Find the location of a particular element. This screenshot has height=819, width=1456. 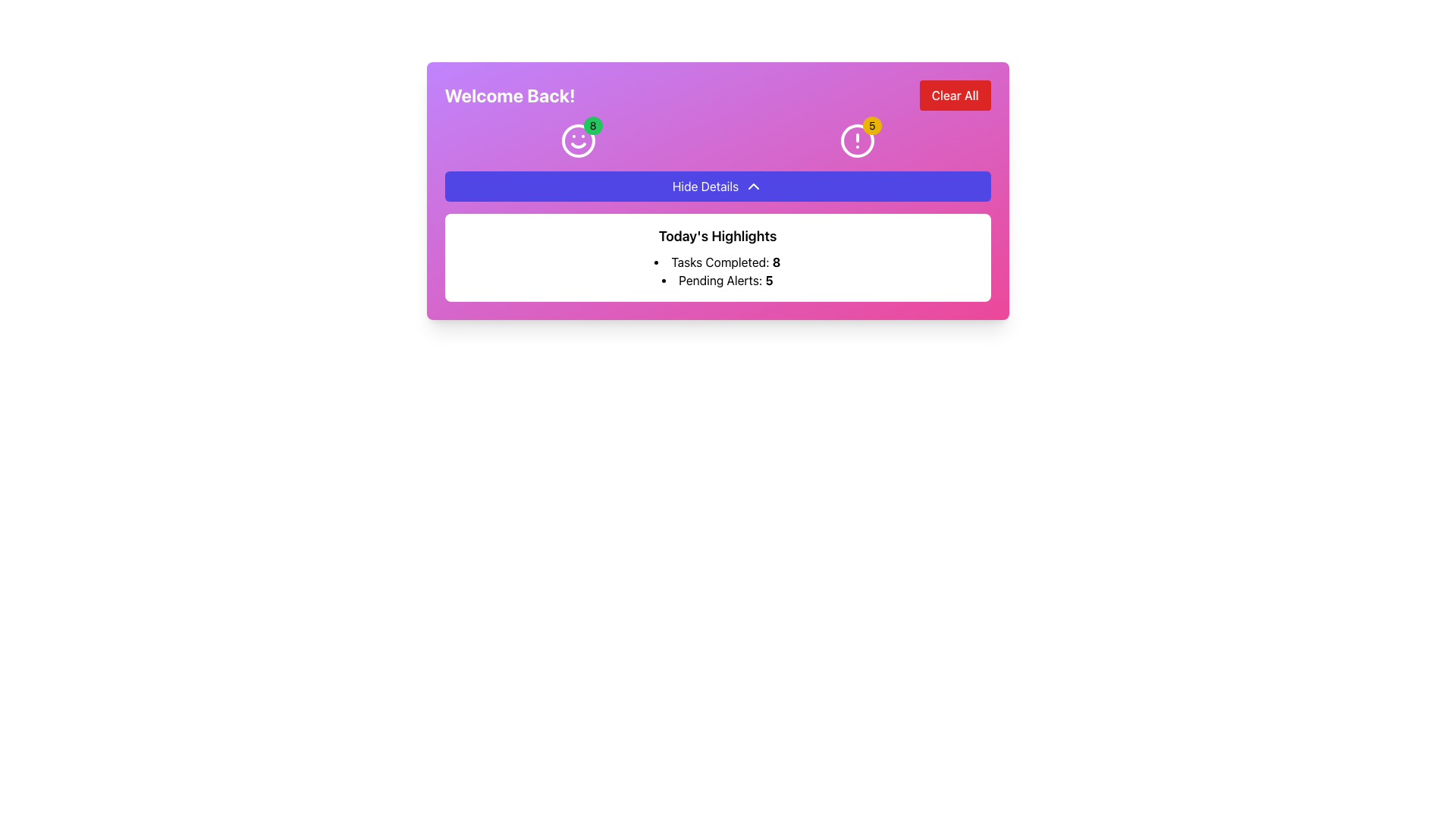

the circular smiley face icon that has a purple background and a green badge displaying the number '8' to trigger actions is located at coordinates (577, 140).